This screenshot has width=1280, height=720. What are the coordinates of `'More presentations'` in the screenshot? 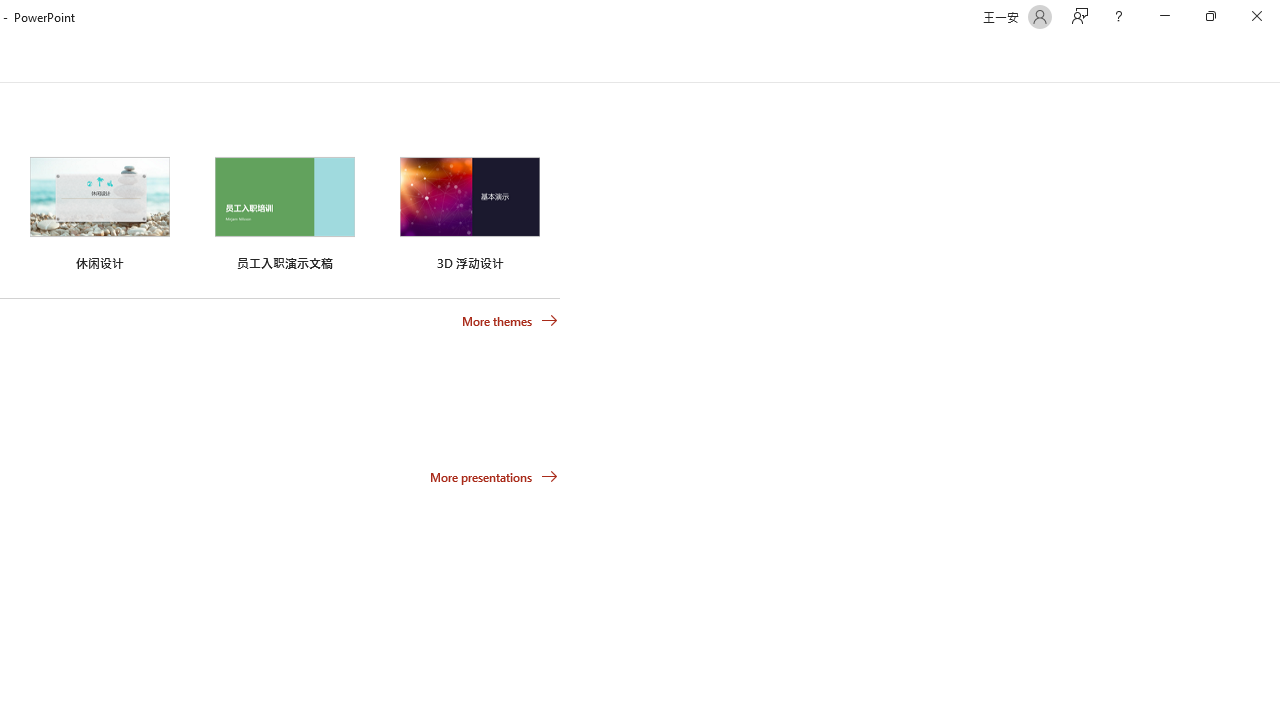 It's located at (494, 477).